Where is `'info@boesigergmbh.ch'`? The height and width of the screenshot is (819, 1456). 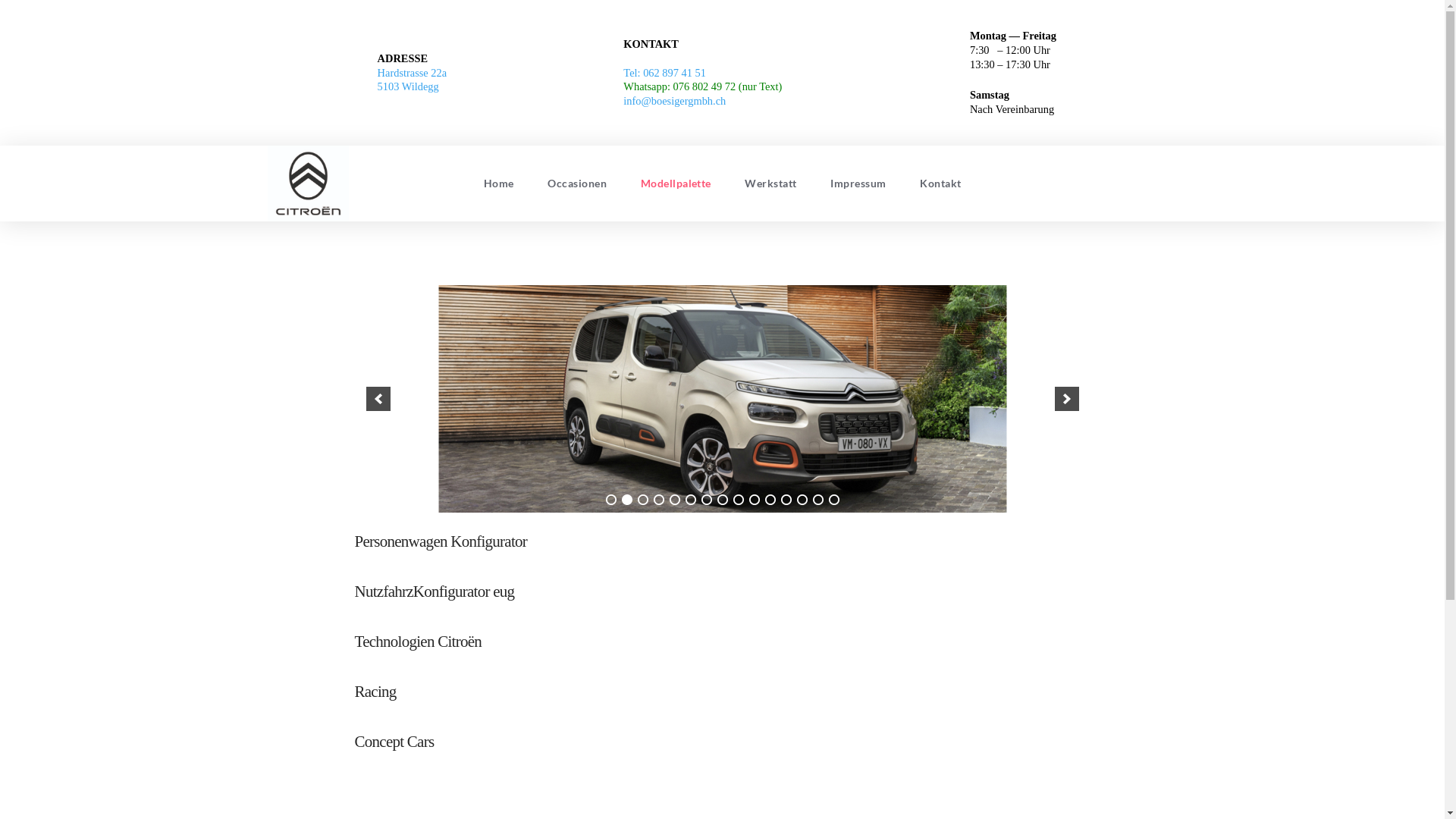
'info@boesigergmbh.ch' is located at coordinates (673, 100).